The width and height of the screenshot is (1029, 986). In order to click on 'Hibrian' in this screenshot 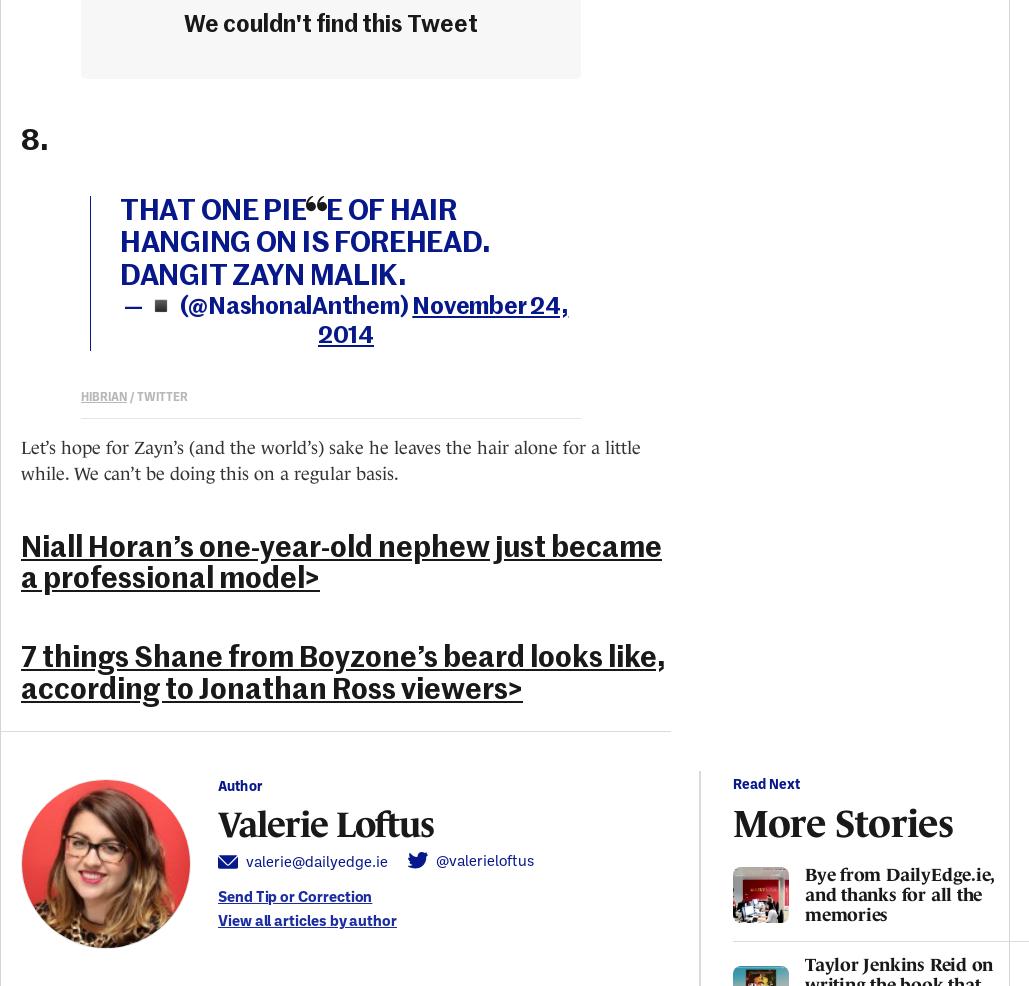, I will do `click(103, 394)`.